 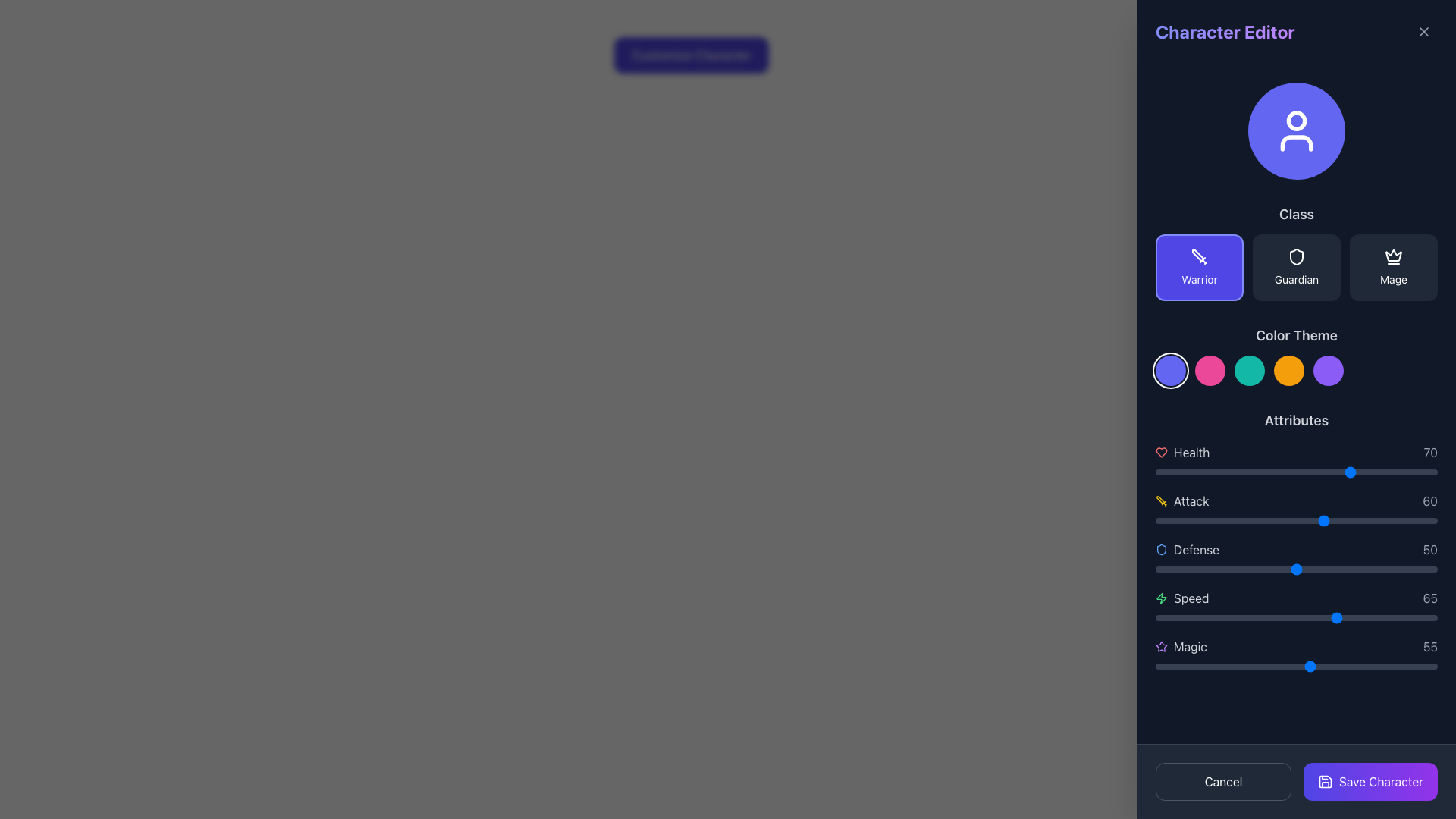 I want to click on the 'Attack' attribute slider, so click(x=1341, y=519).